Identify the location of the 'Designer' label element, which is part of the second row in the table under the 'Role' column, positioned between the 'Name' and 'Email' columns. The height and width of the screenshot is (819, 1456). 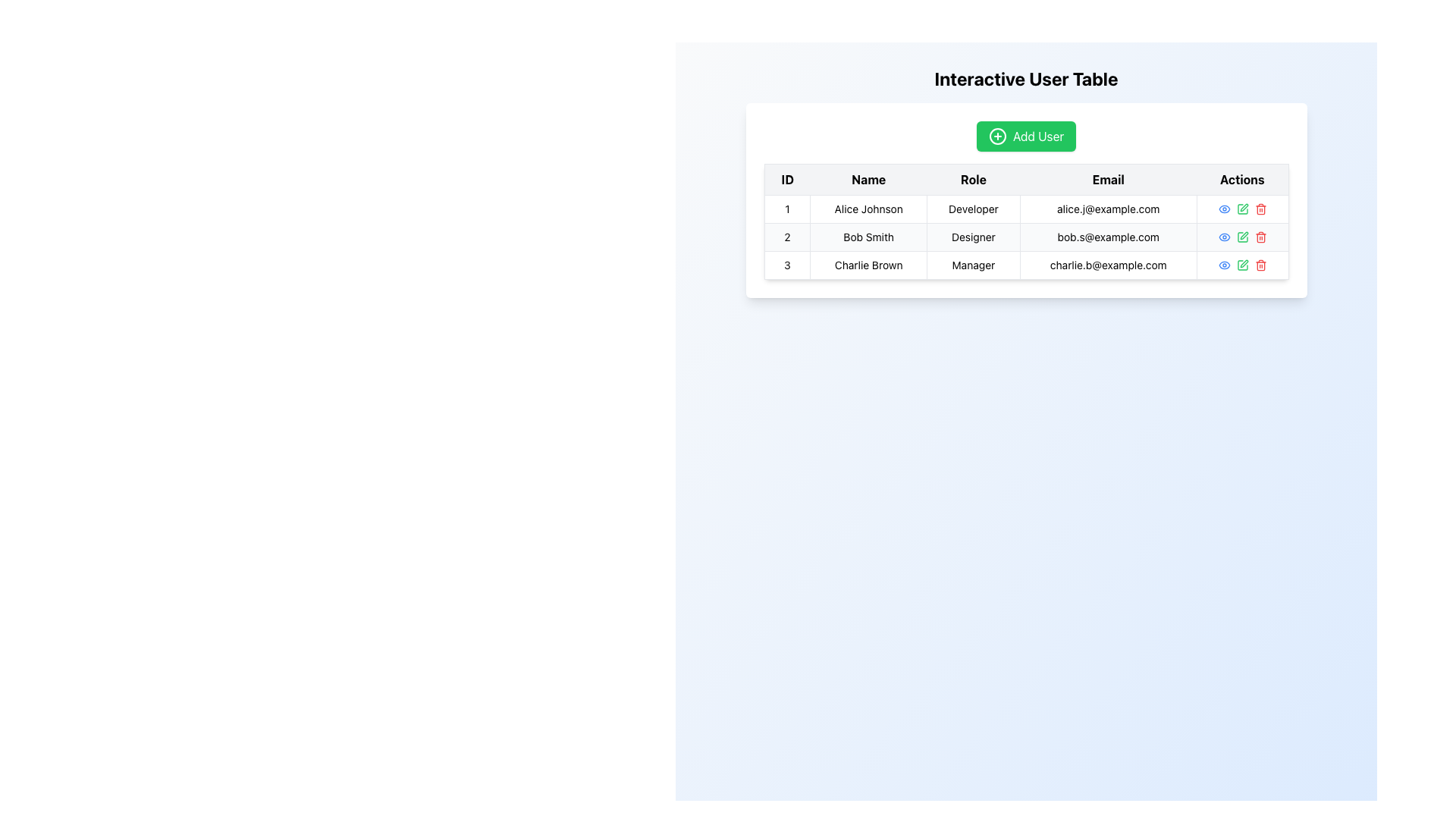
(973, 237).